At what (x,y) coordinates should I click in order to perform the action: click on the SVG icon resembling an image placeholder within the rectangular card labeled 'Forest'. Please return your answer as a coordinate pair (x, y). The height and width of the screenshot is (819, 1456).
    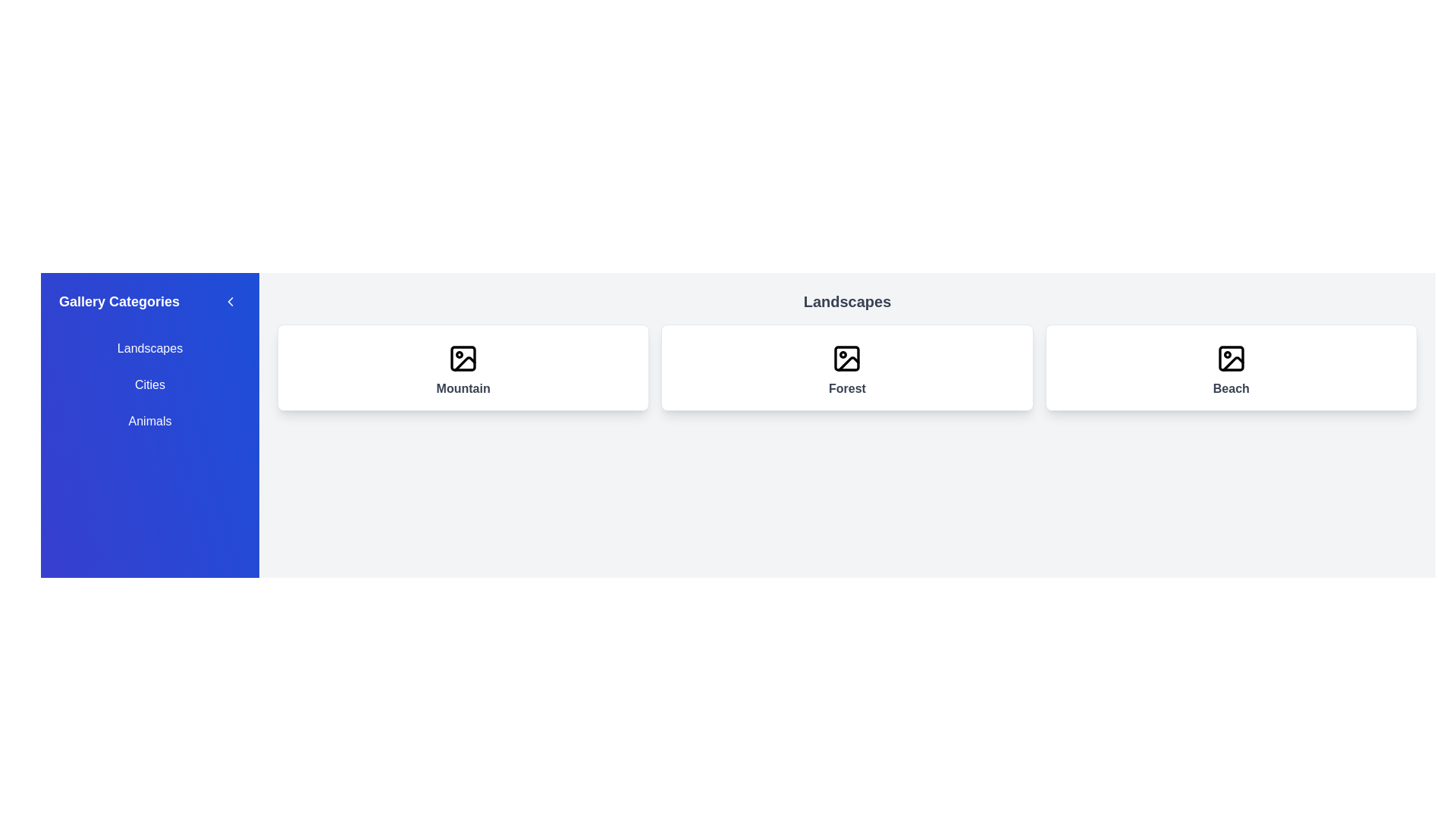
    Looking at the image, I should click on (846, 359).